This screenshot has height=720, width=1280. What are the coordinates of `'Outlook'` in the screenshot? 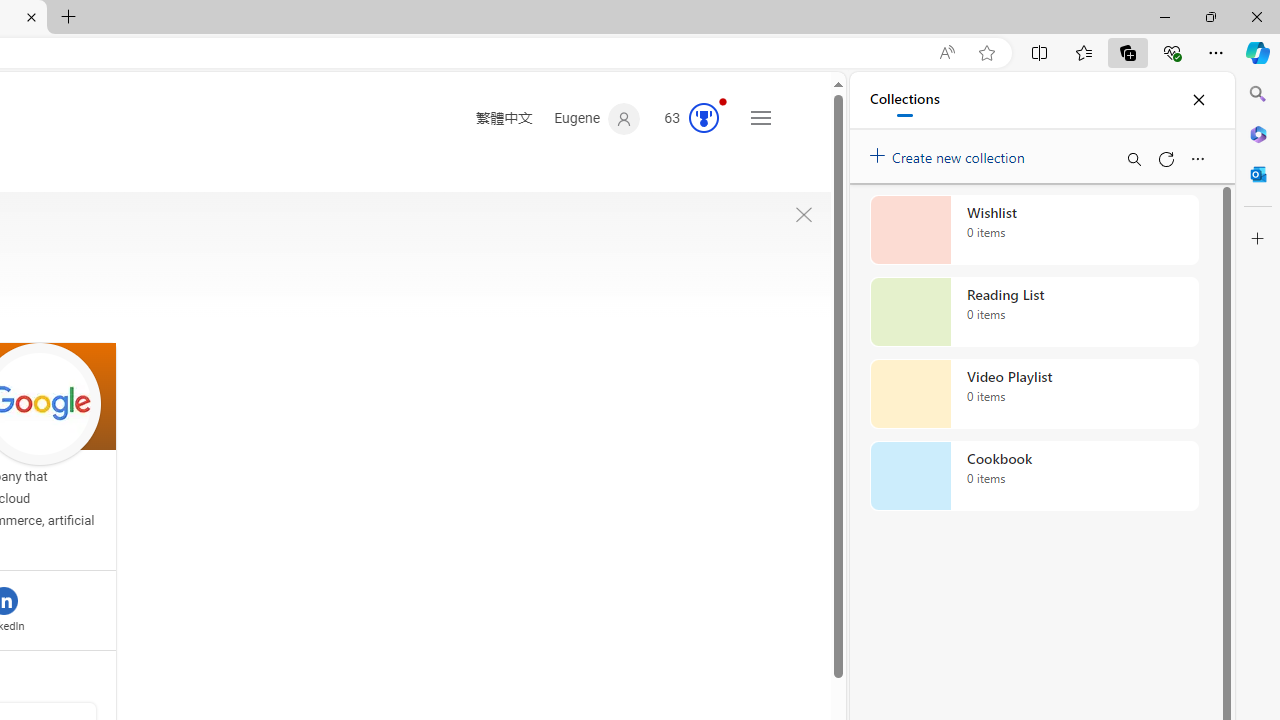 It's located at (1257, 173).